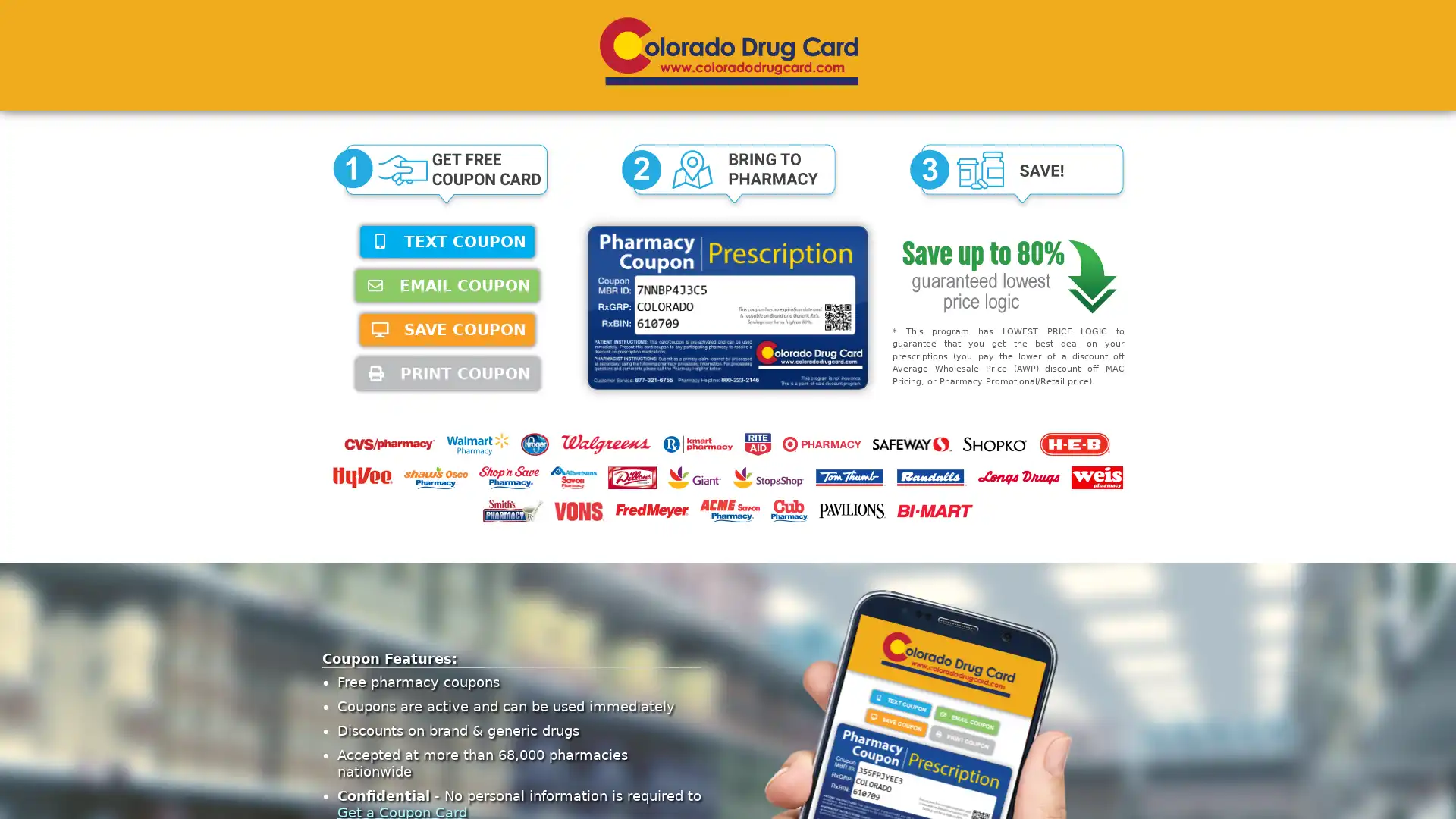 The height and width of the screenshot is (819, 1456). I want to click on EMAIL COUPON, so click(447, 286).